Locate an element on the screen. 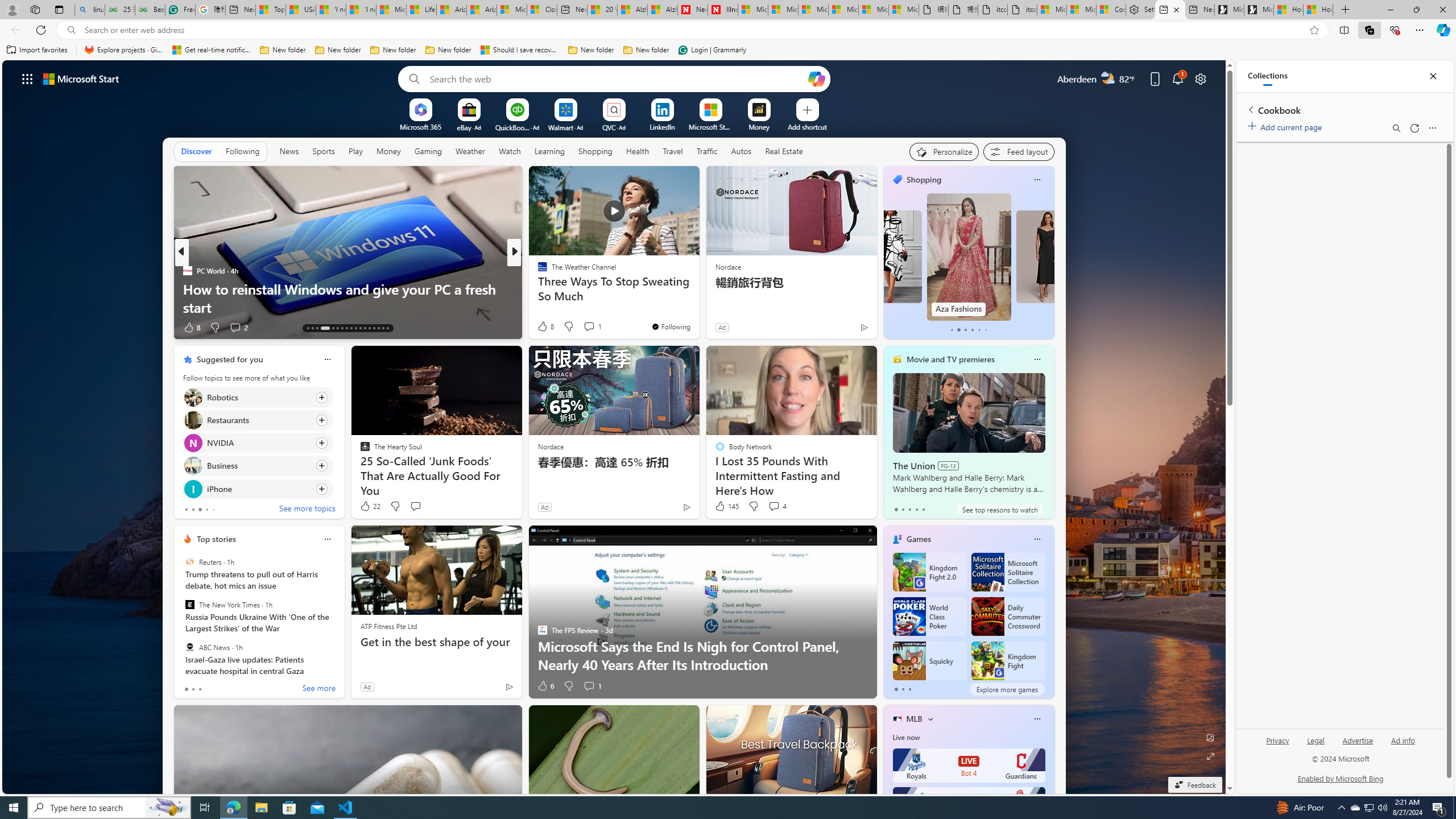 This screenshot has width=1456, height=819. 'Explore more games' is located at coordinates (1006, 688).